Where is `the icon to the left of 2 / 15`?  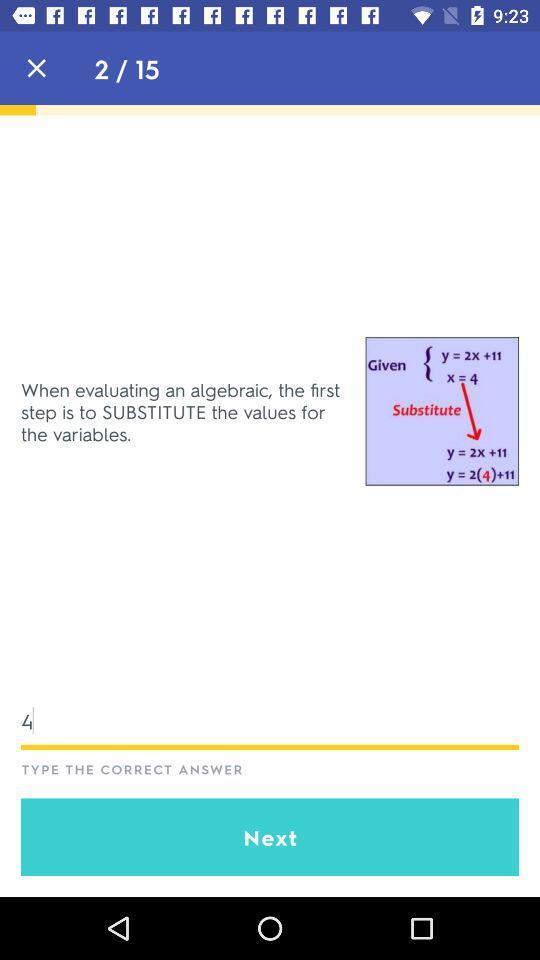
the icon to the left of 2 / 15 is located at coordinates (36, 68).